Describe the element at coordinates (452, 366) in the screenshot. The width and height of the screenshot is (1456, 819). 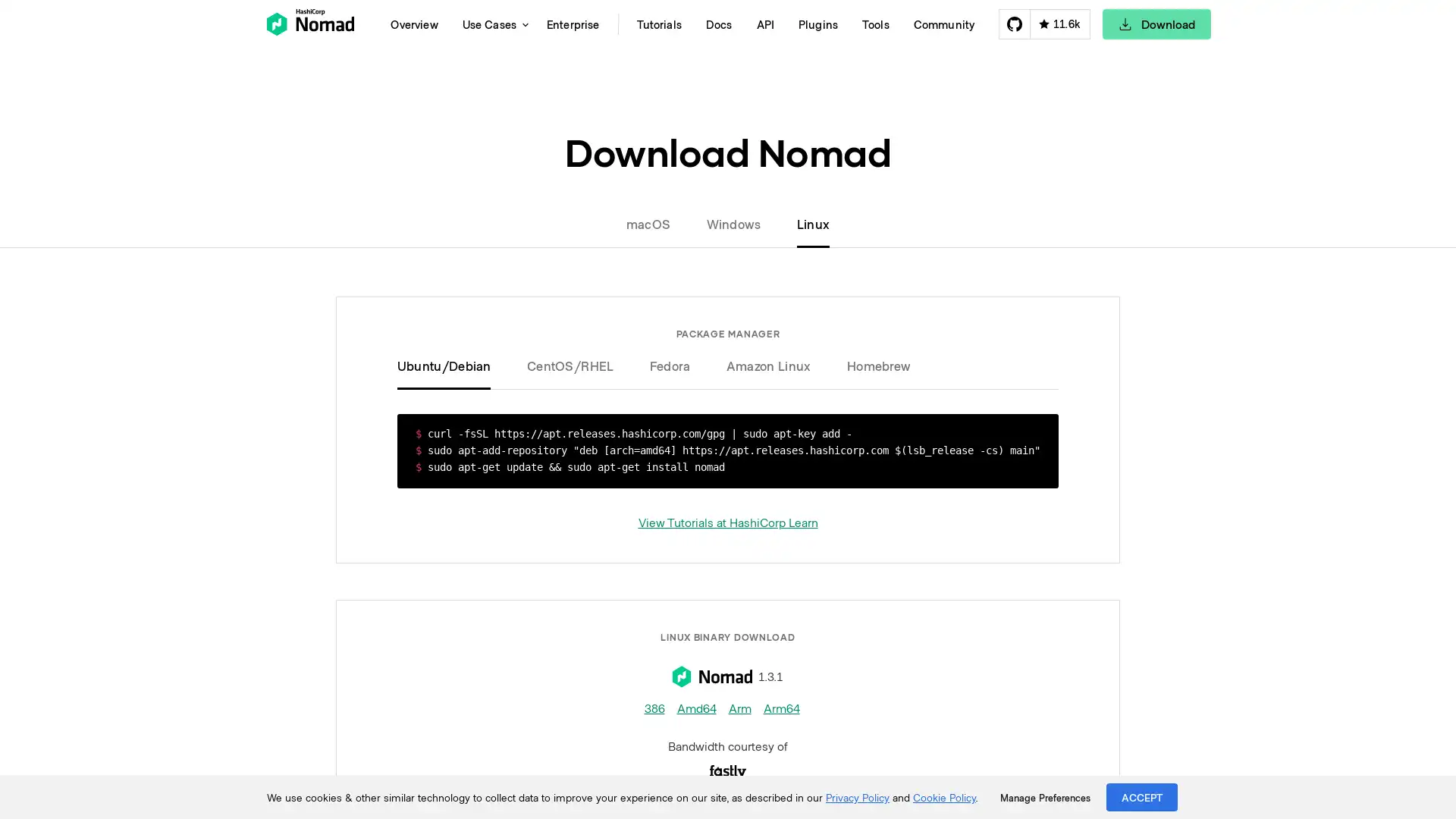
I see `Ubuntu/Debian` at that location.